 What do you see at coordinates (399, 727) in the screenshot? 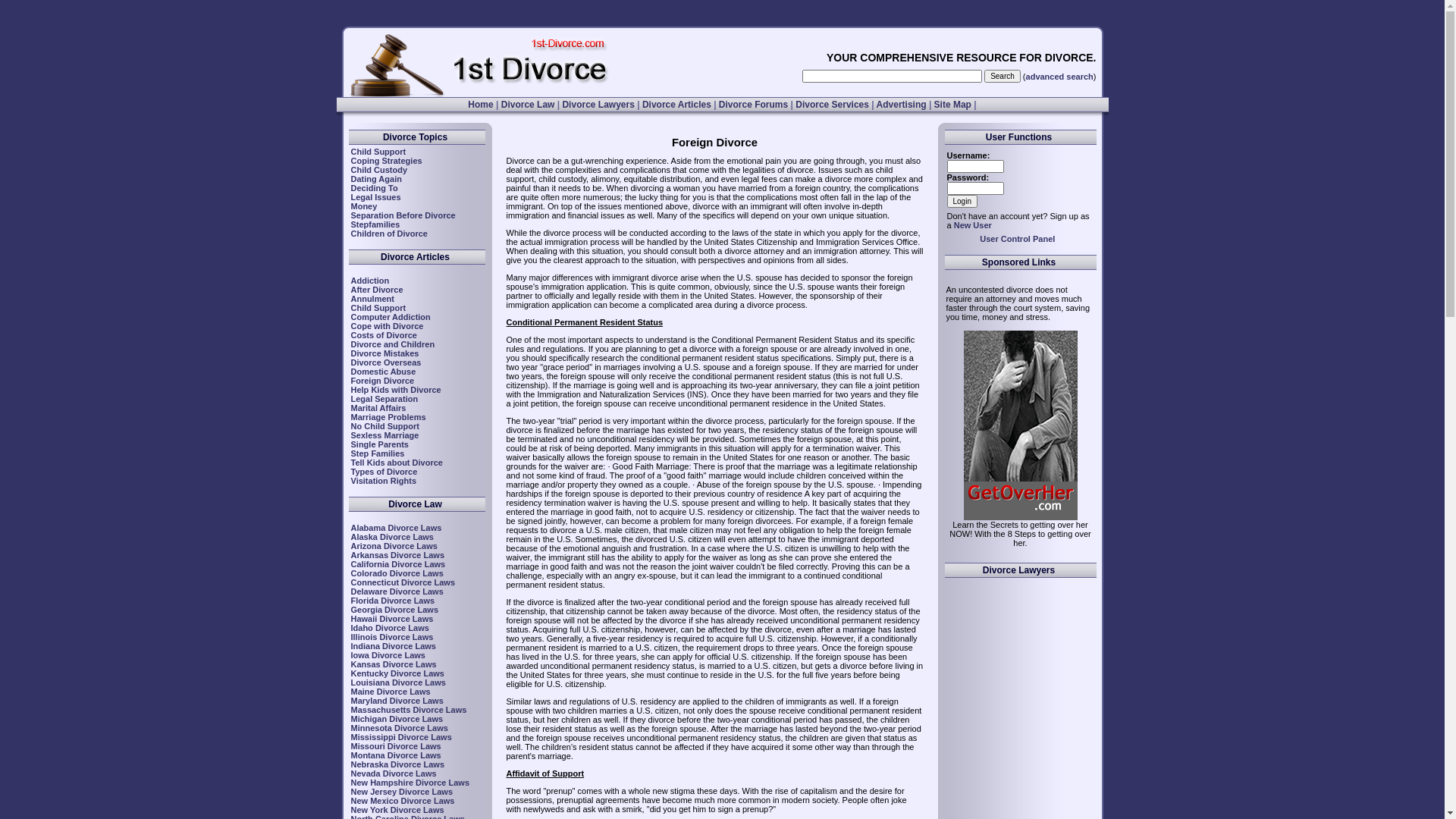
I see `'Minnesota Divorce Laws'` at bounding box center [399, 727].